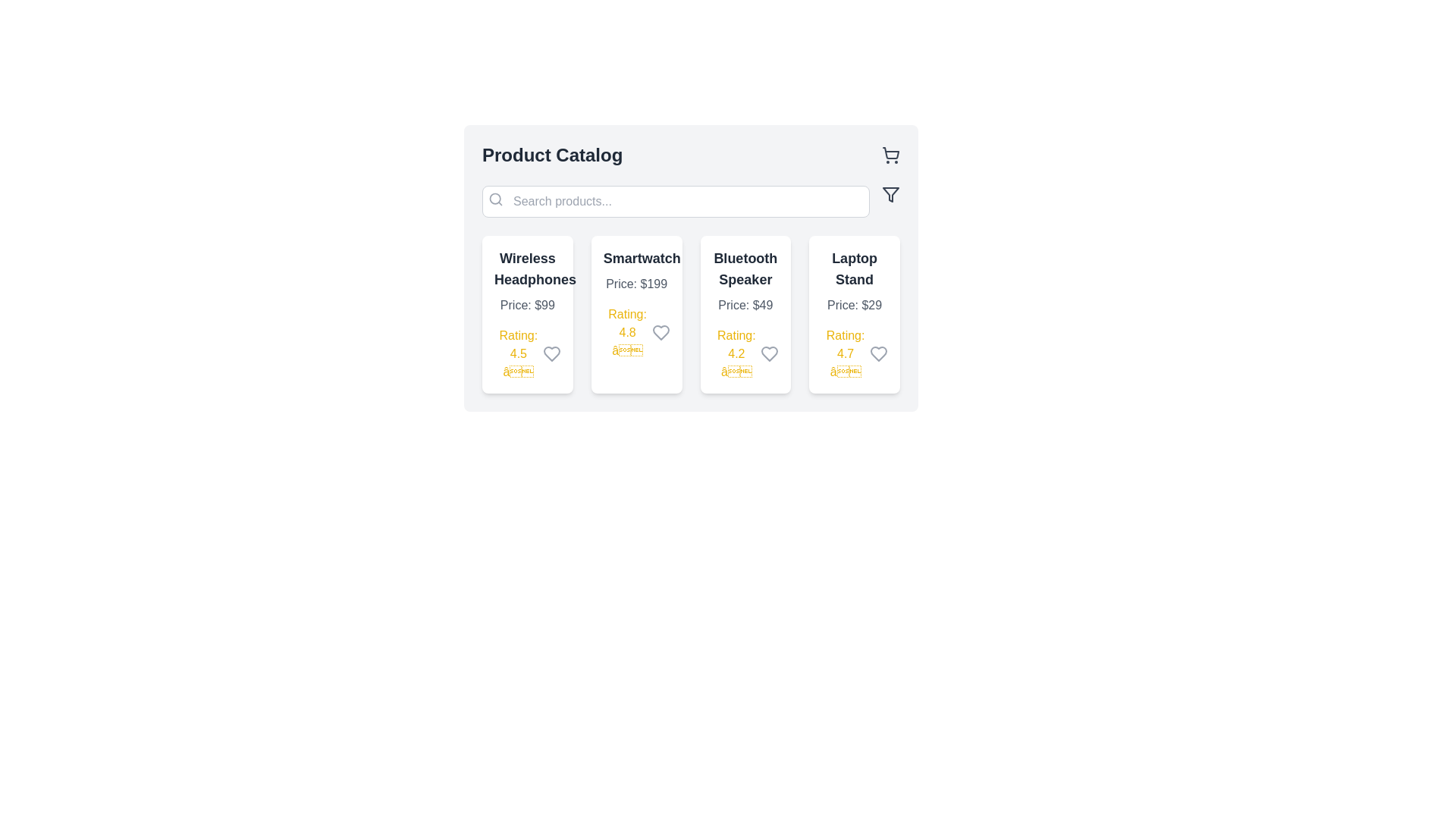  I want to click on the 'favorite' or 'like' button located immediately to the right of the '4.5 ★' text within the 'Wireless Headphones' product card, so click(551, 353).